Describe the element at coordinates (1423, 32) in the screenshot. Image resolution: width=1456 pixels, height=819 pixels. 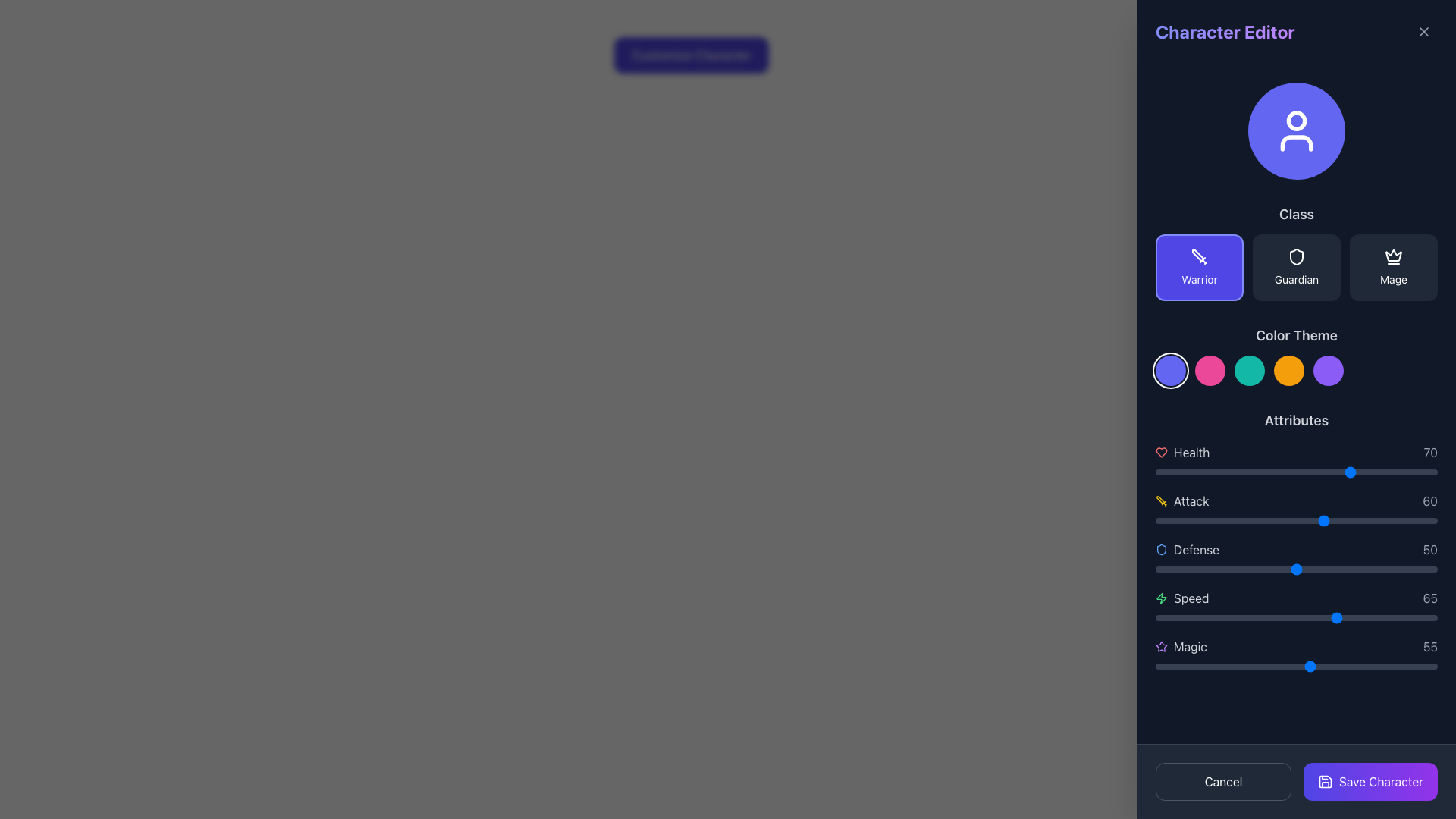
I see `the close button located in the top-right corner of the 'Character Editor' panel` at that location.